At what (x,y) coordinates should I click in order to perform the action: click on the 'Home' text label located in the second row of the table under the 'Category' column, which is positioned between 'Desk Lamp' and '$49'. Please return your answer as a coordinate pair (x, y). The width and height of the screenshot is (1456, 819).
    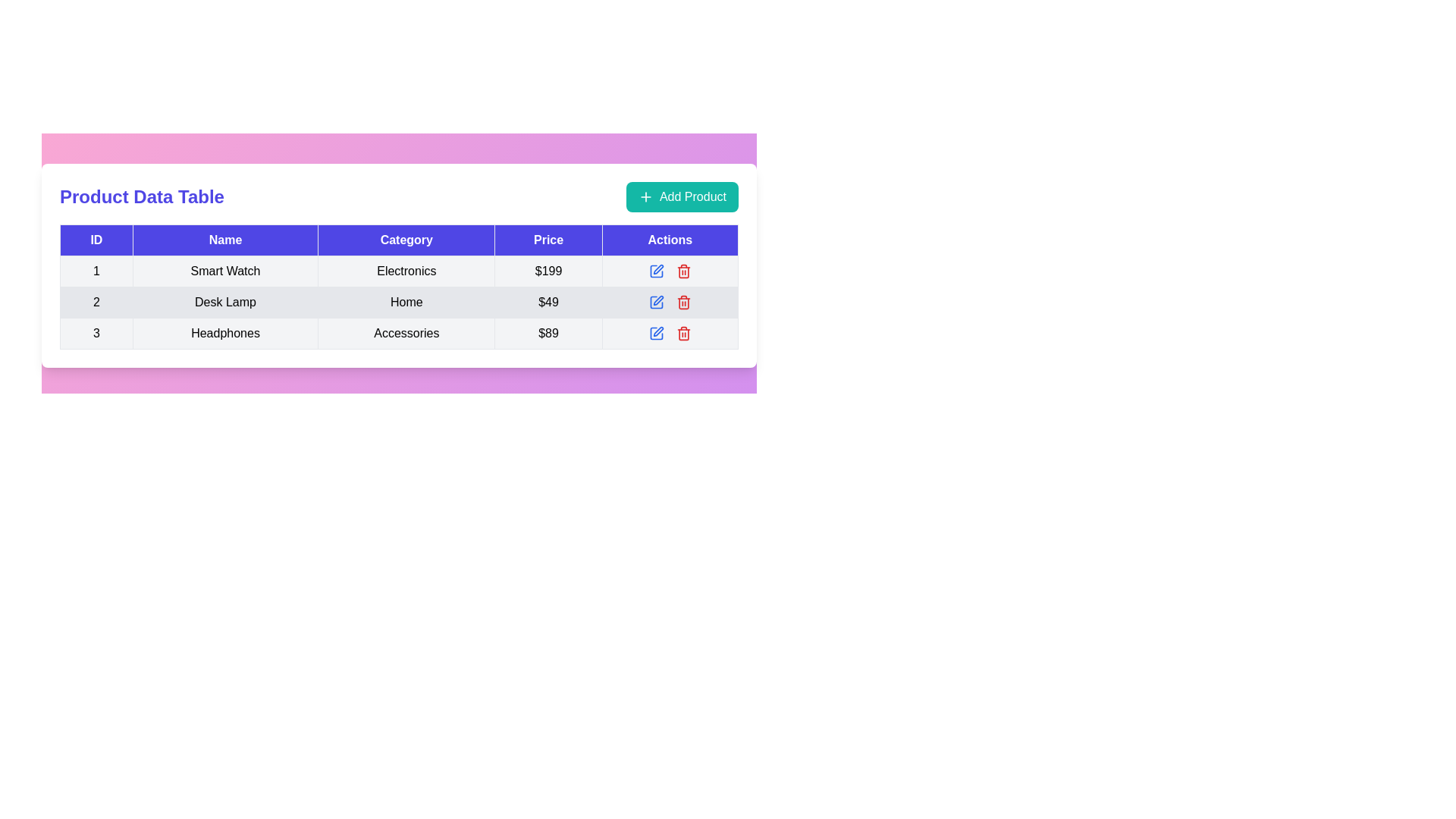
    Looking at the image, I should click on (406, 302).